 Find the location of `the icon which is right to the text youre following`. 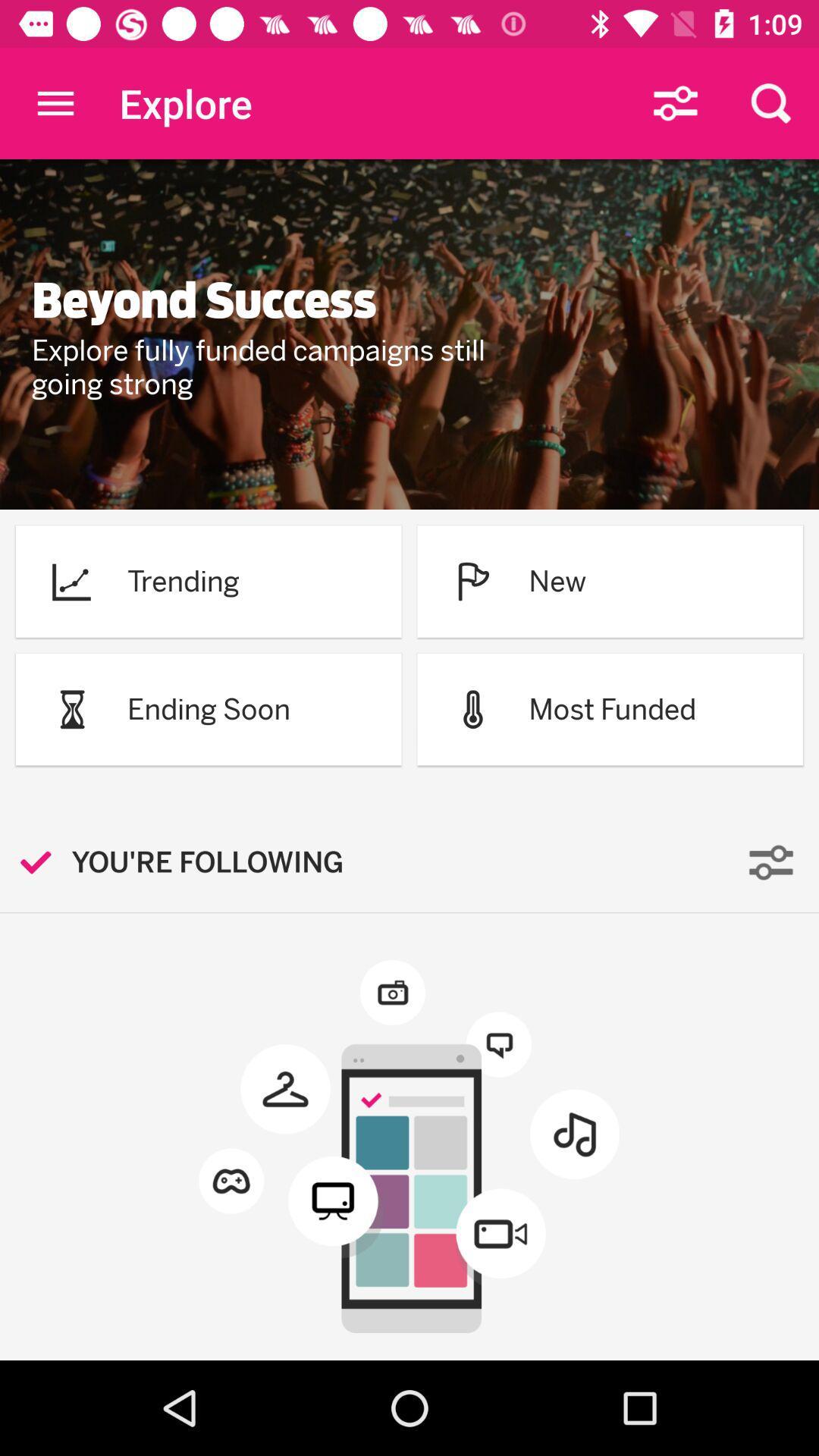

the icon which is right to the text youre following is located at coordinates (771, 862).